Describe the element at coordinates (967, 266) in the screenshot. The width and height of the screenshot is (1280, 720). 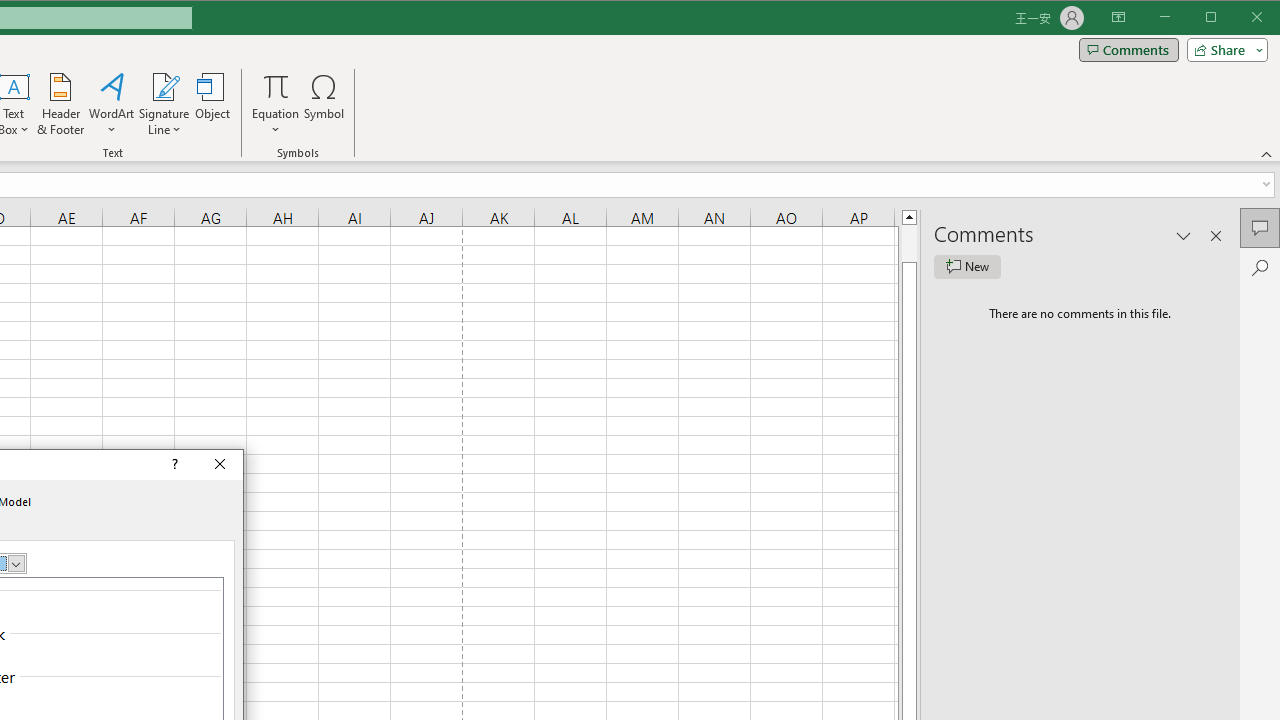
I see `'New comment'` at that location.